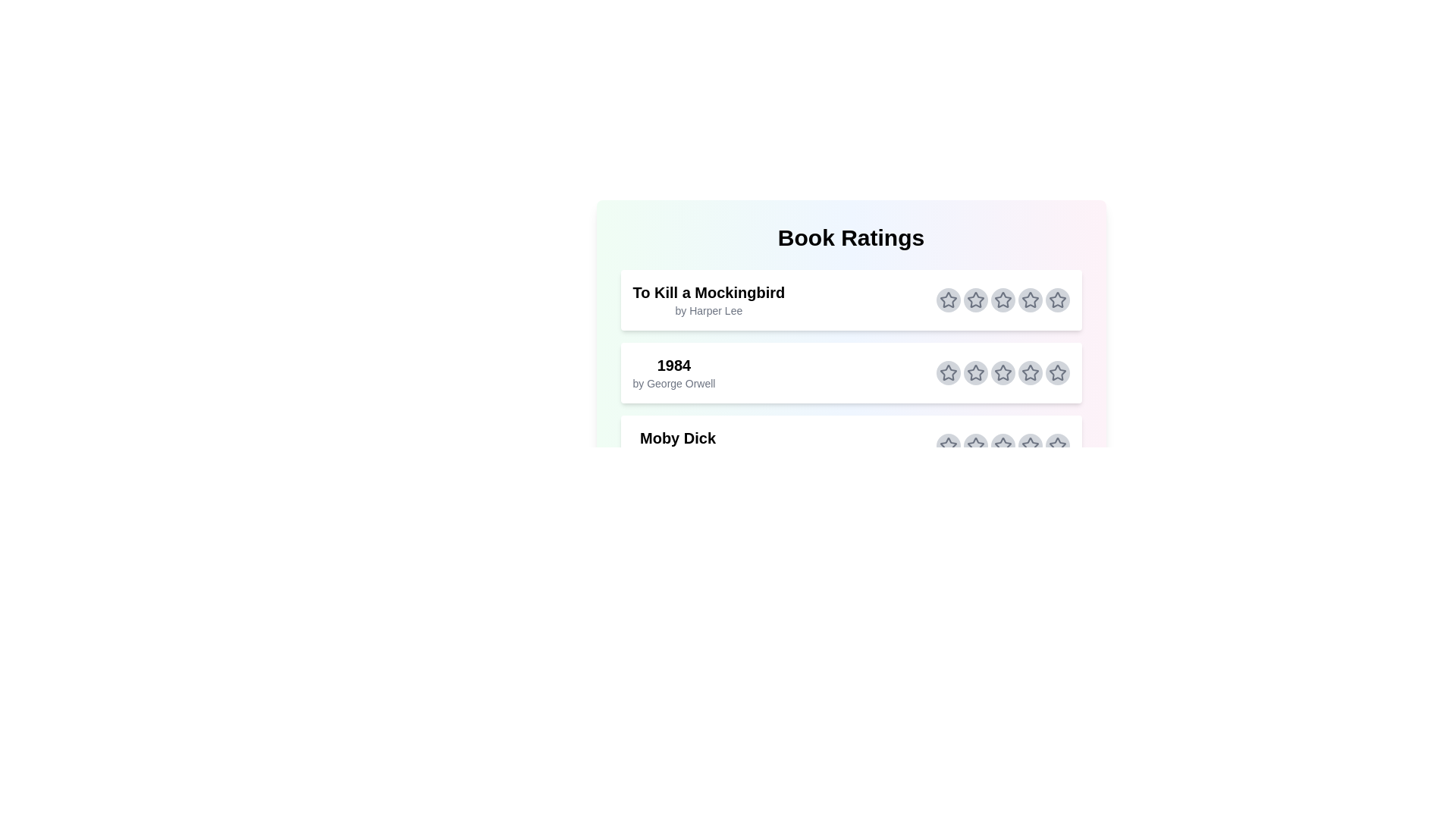 The width and height of the screenshot is (1456, 819). I want to click on the star corresponding to 1 stars for the book titled Moby Dick, so click(947, 444).